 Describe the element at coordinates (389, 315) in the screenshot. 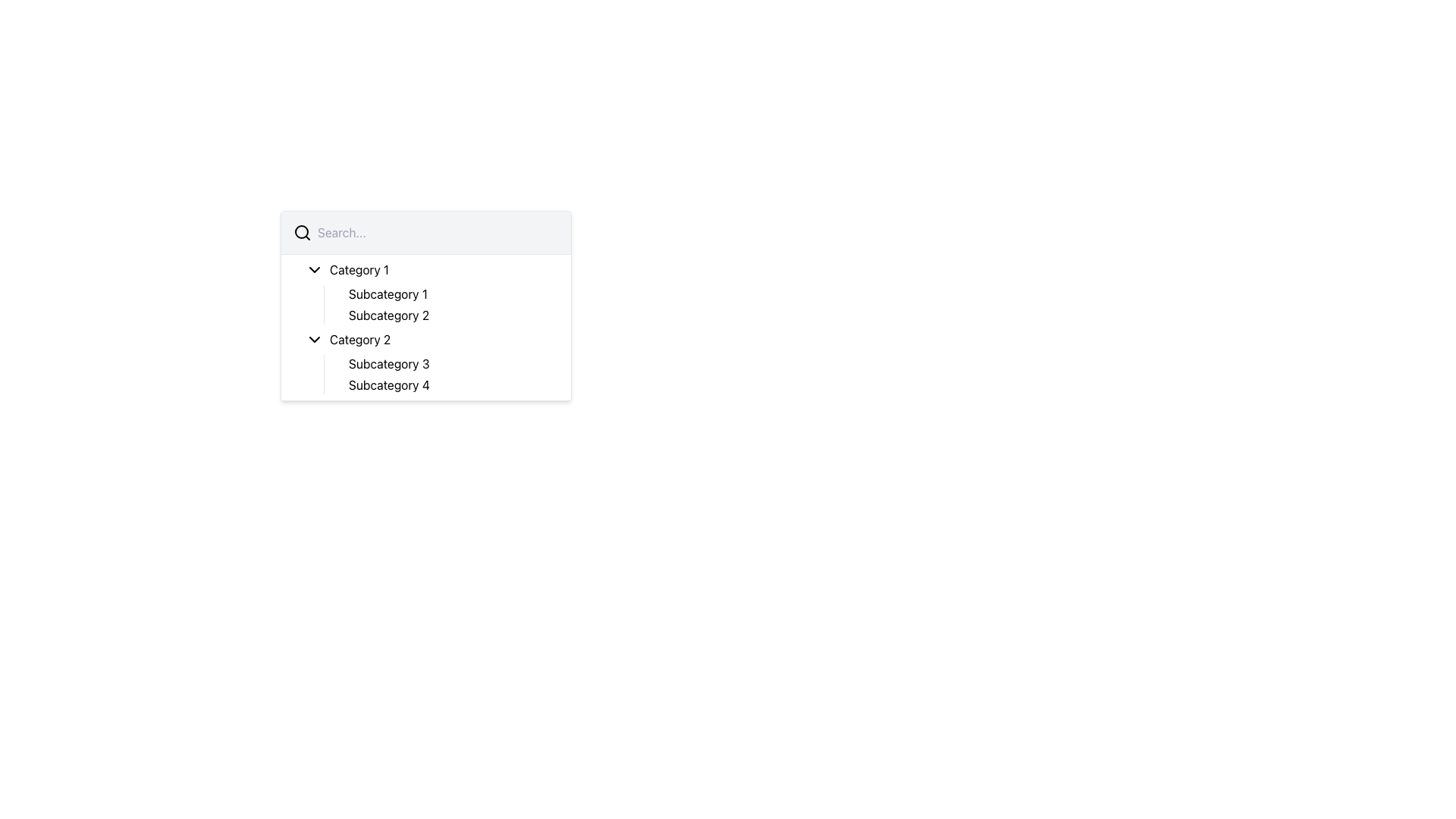

I see `the 'Subcategory 2' text label, which serves as an identifier within the 'Category 1' section of the interface` at that location.